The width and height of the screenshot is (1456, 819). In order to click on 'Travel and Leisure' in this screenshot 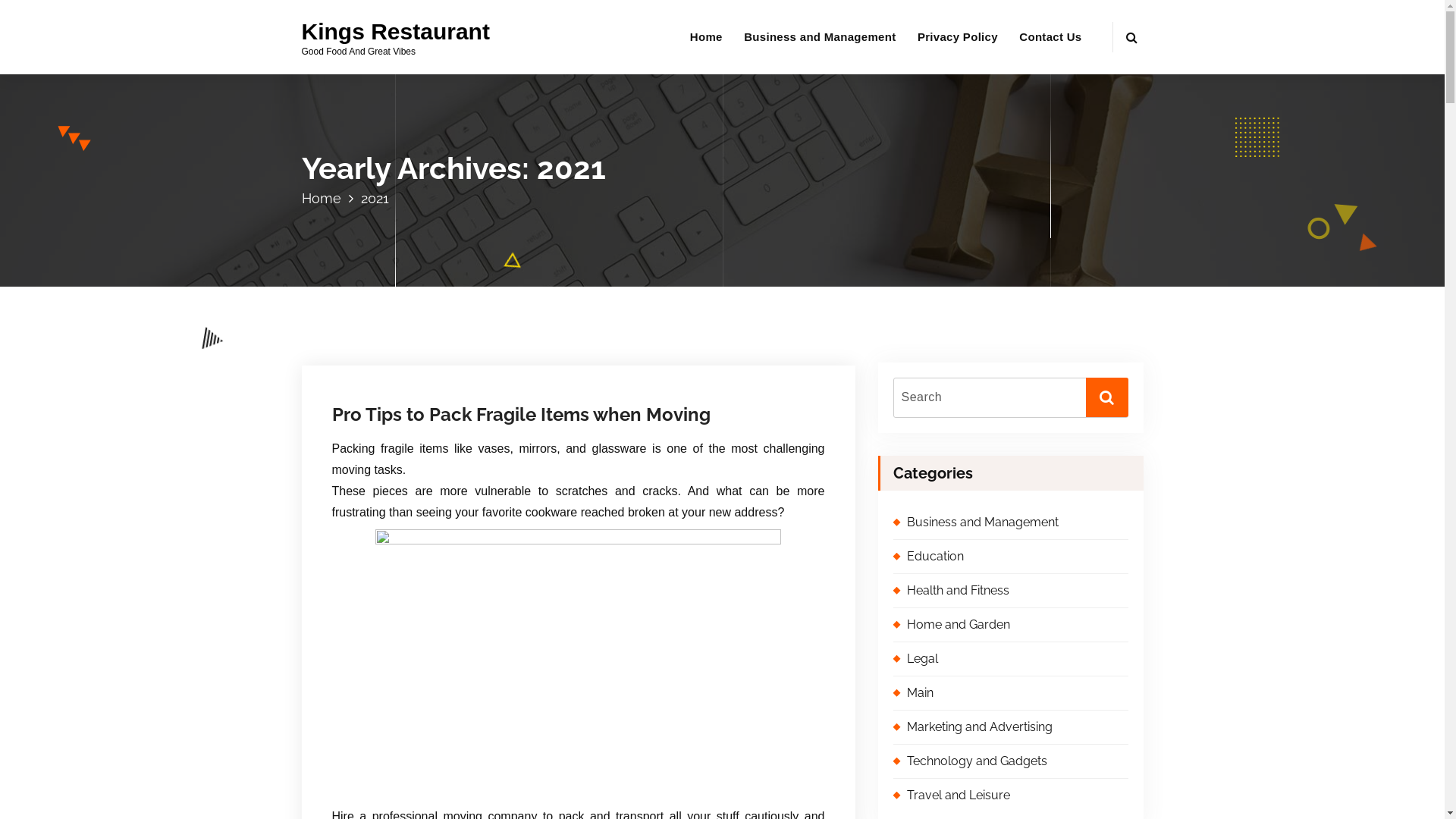, I will do `click(1011, 795)`.